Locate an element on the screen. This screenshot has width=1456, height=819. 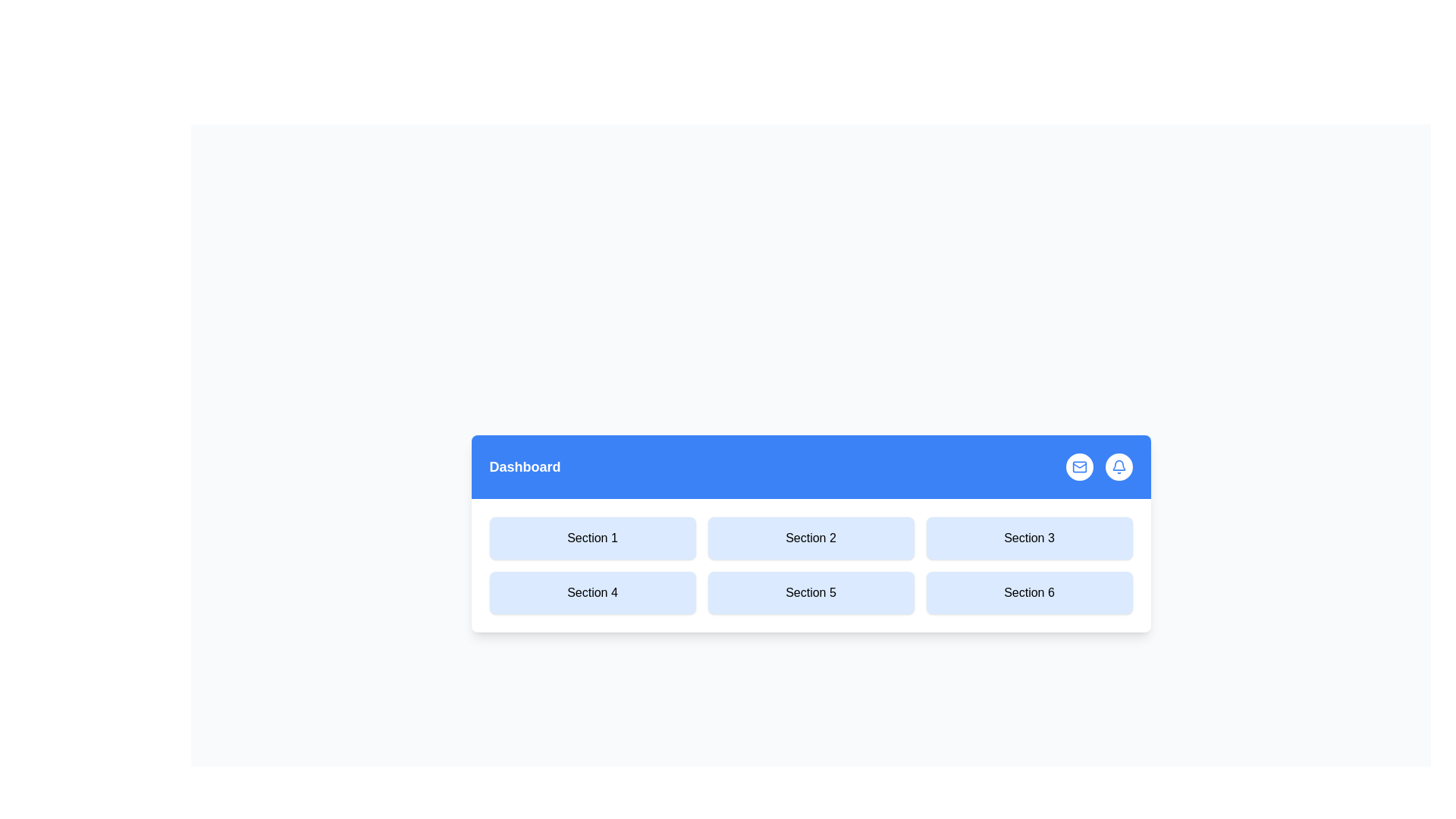
the minimalistic envelope icon with a circular background in the top-right corner of the blue navigation bar is located at coordinates (1078, 466).